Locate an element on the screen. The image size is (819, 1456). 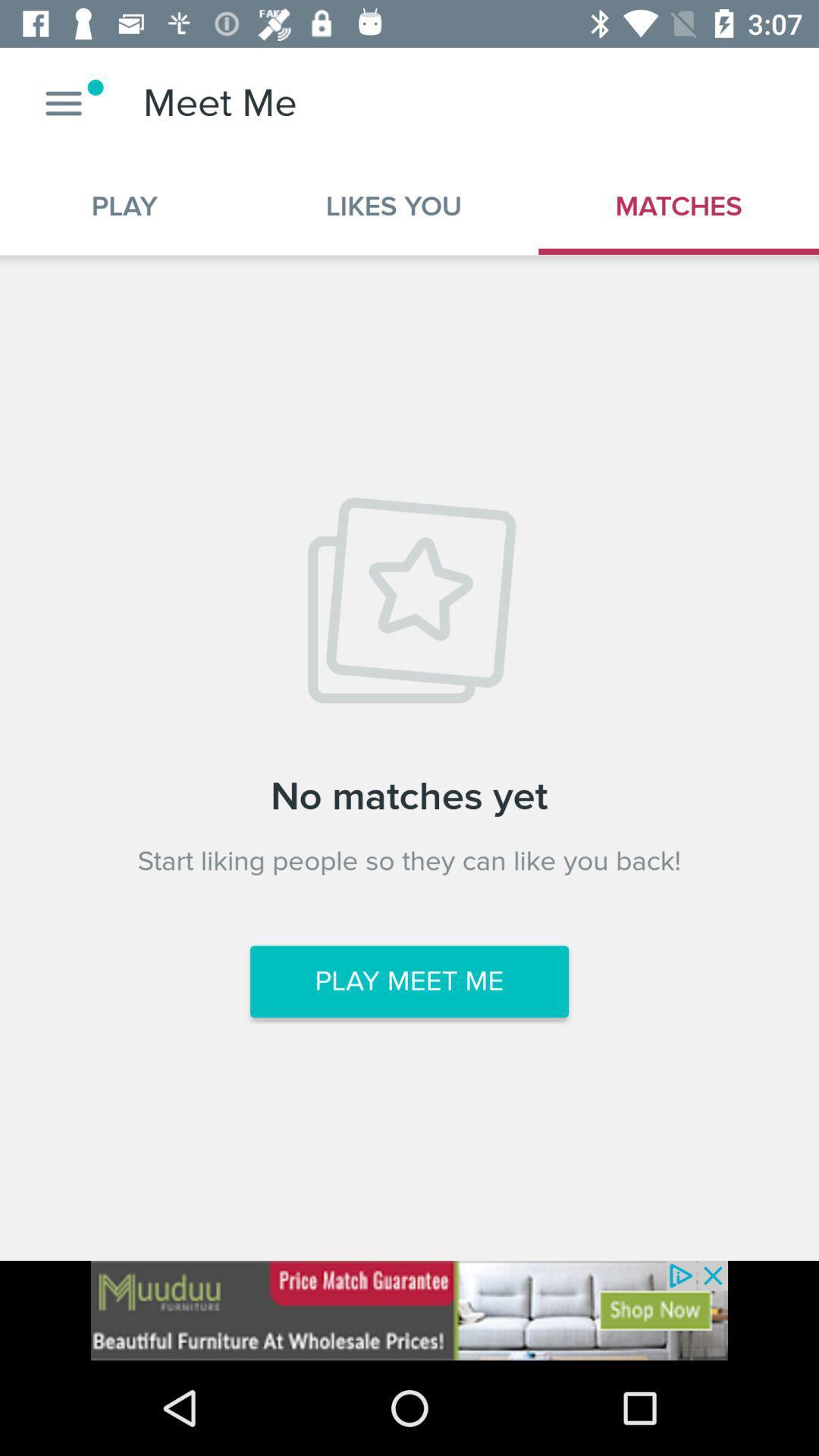
settings is located at coordinates (63, 102).